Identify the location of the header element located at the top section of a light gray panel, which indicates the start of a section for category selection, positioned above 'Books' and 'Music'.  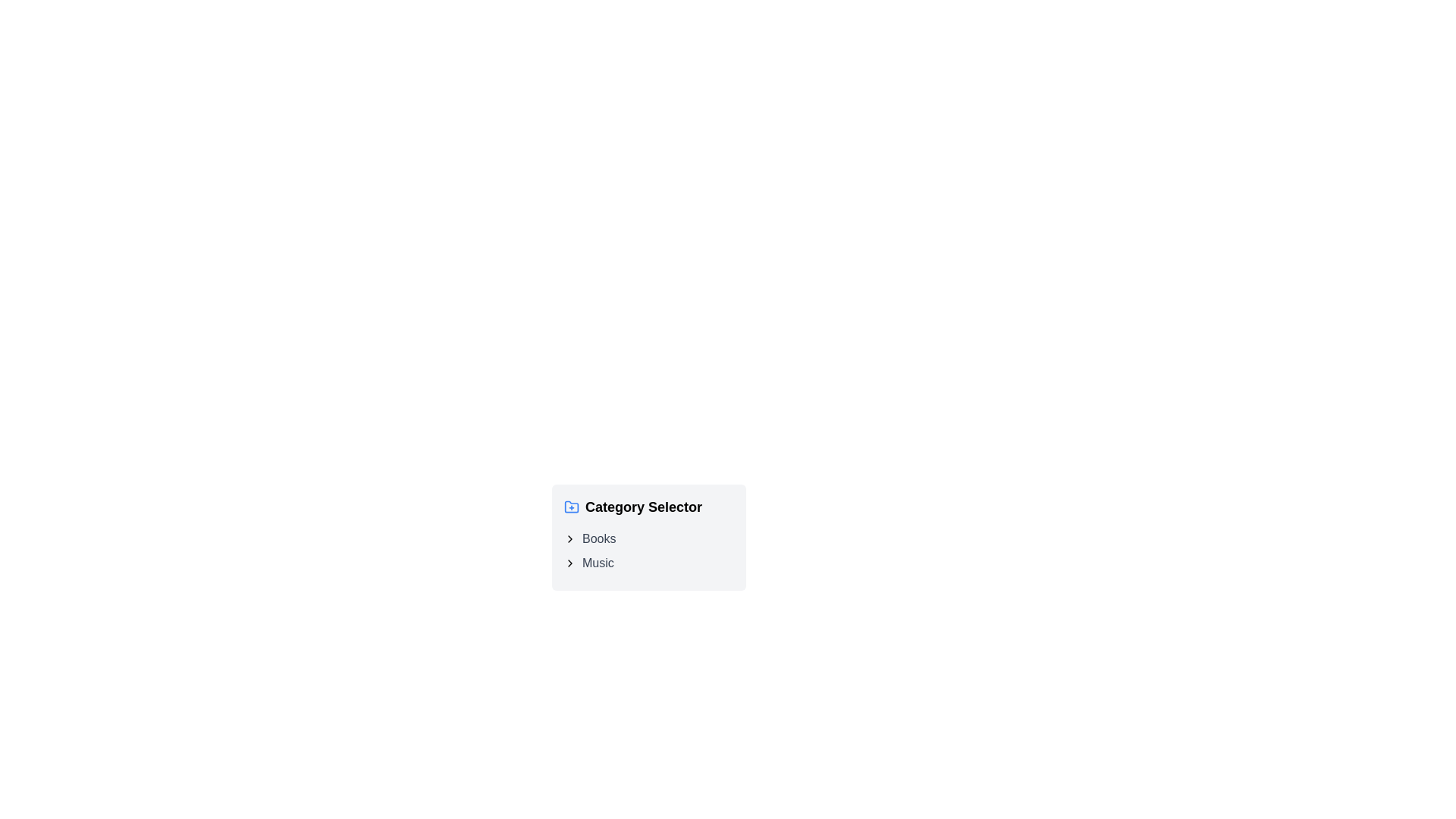
(648, 507).